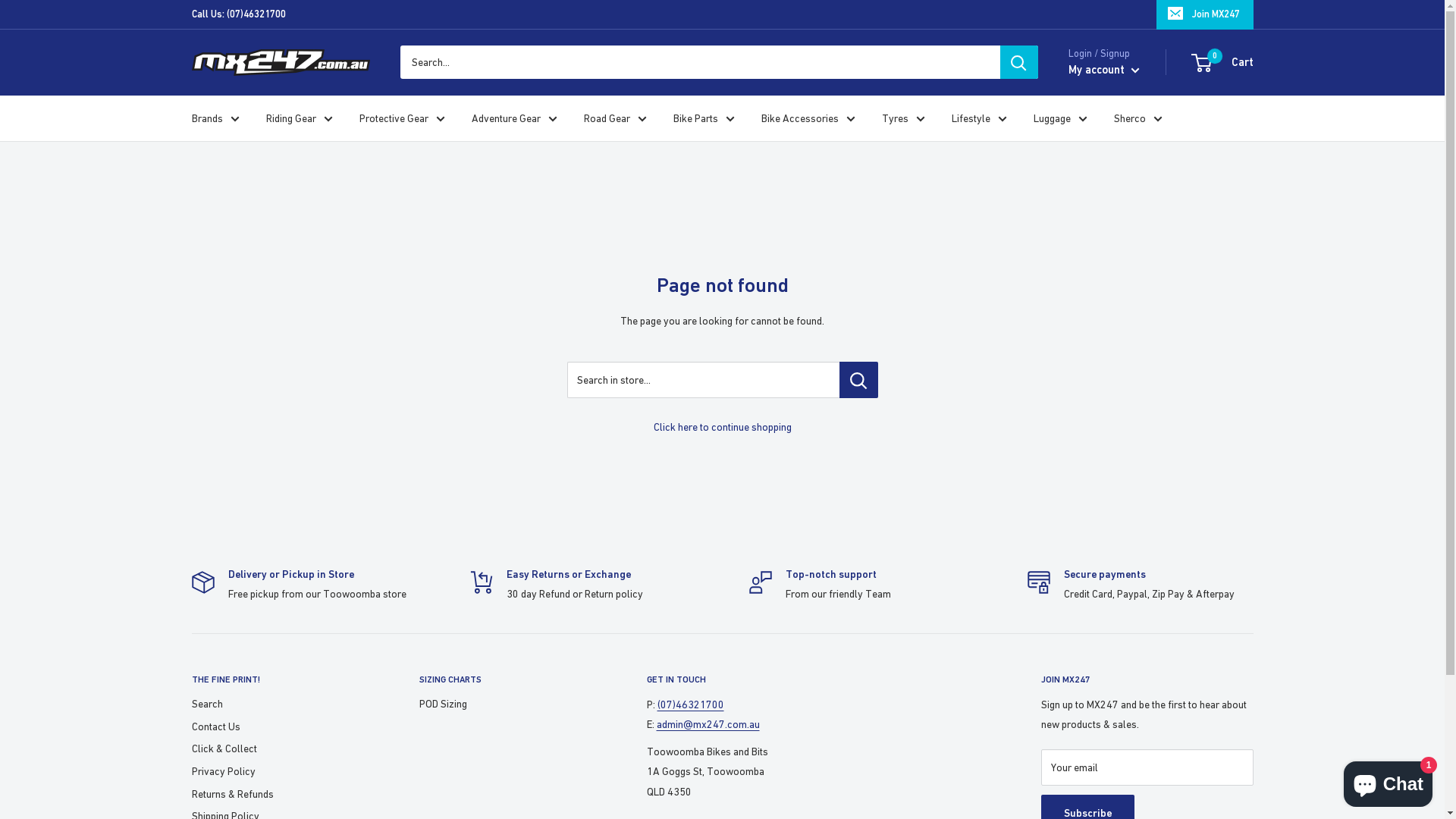  Describe the element at coordinates (902, 117) in the screenshot. I see `'Tyres'` at that location.